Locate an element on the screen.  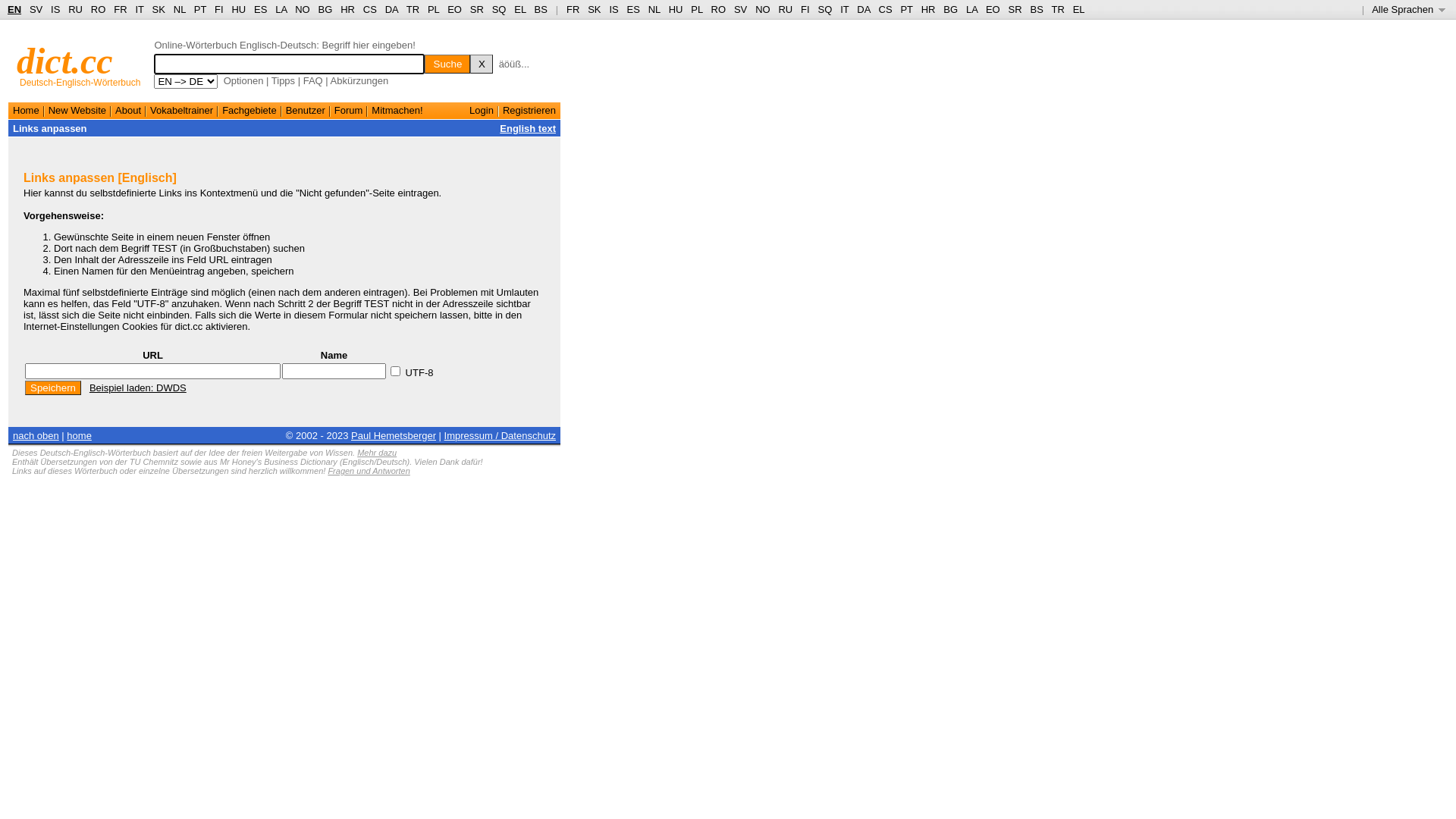
'Mehr dazu' is located at coordinates (377, 452).